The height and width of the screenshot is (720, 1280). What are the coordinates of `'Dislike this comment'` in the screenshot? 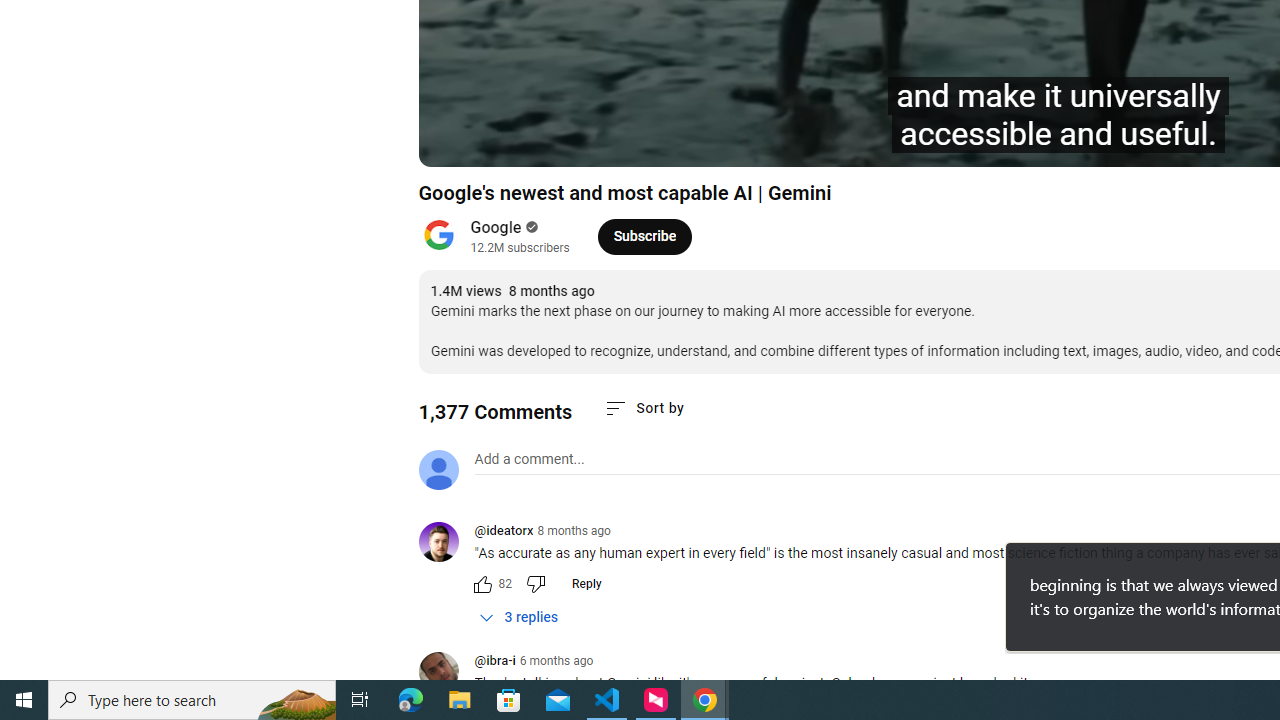 It's located at (535, 583).